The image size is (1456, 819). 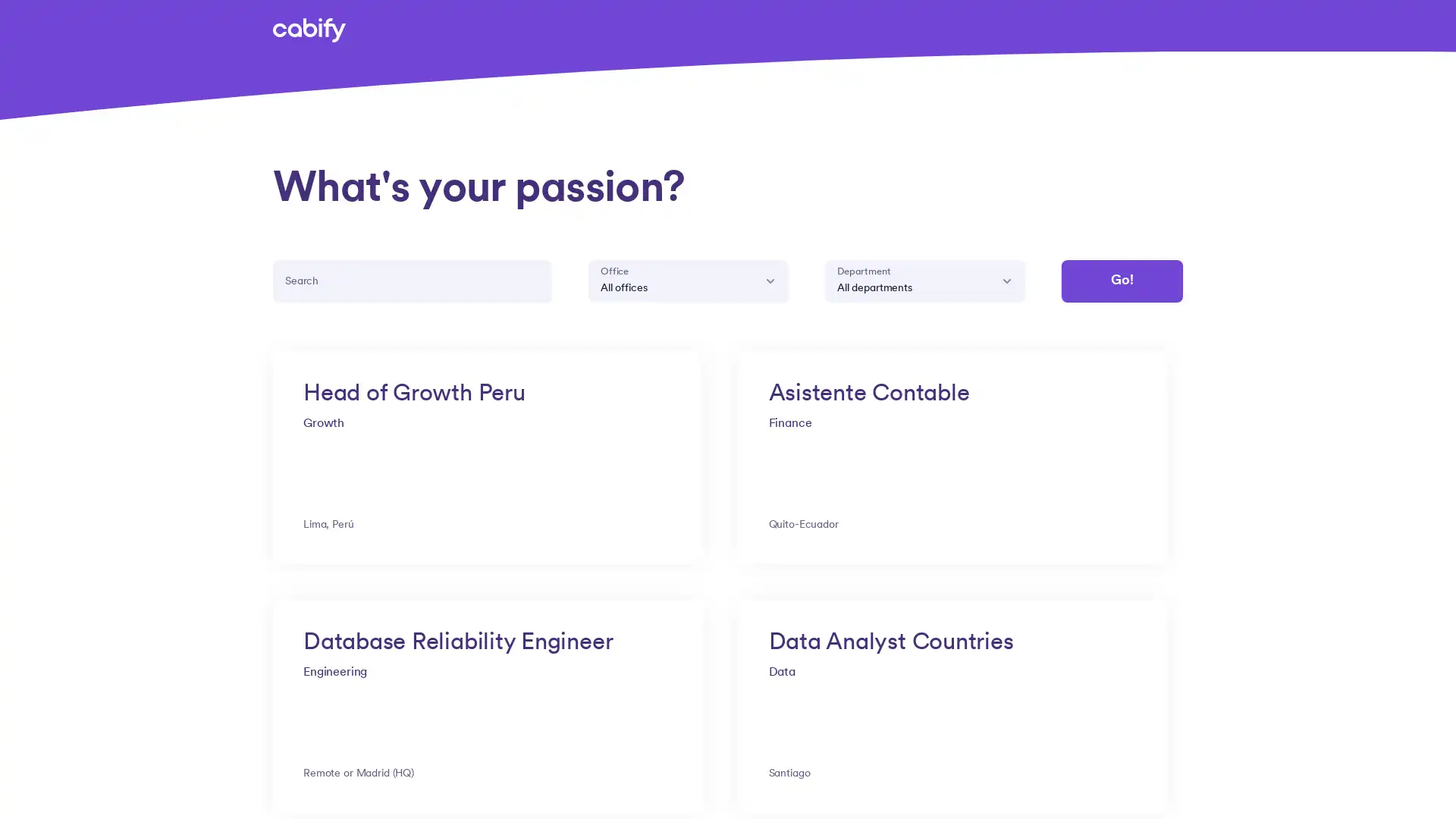 I want to click on Go!, so click(x=1121, y=281).